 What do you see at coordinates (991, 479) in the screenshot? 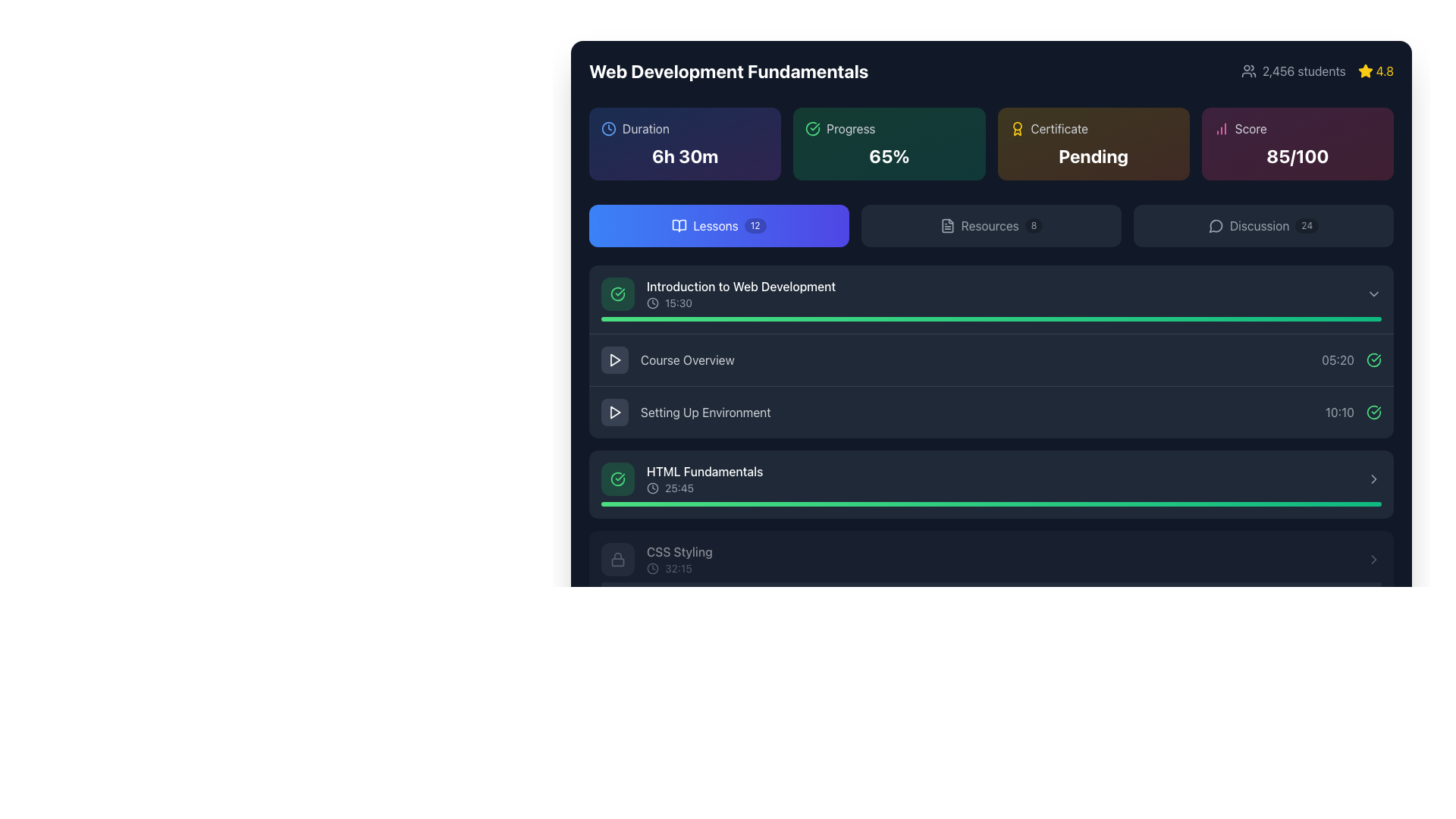
I see `the button representing the educational module titled 'HTML Fundamentals', which is the fourth item in the vertical list of lessons` at bounding box center [991, 479].